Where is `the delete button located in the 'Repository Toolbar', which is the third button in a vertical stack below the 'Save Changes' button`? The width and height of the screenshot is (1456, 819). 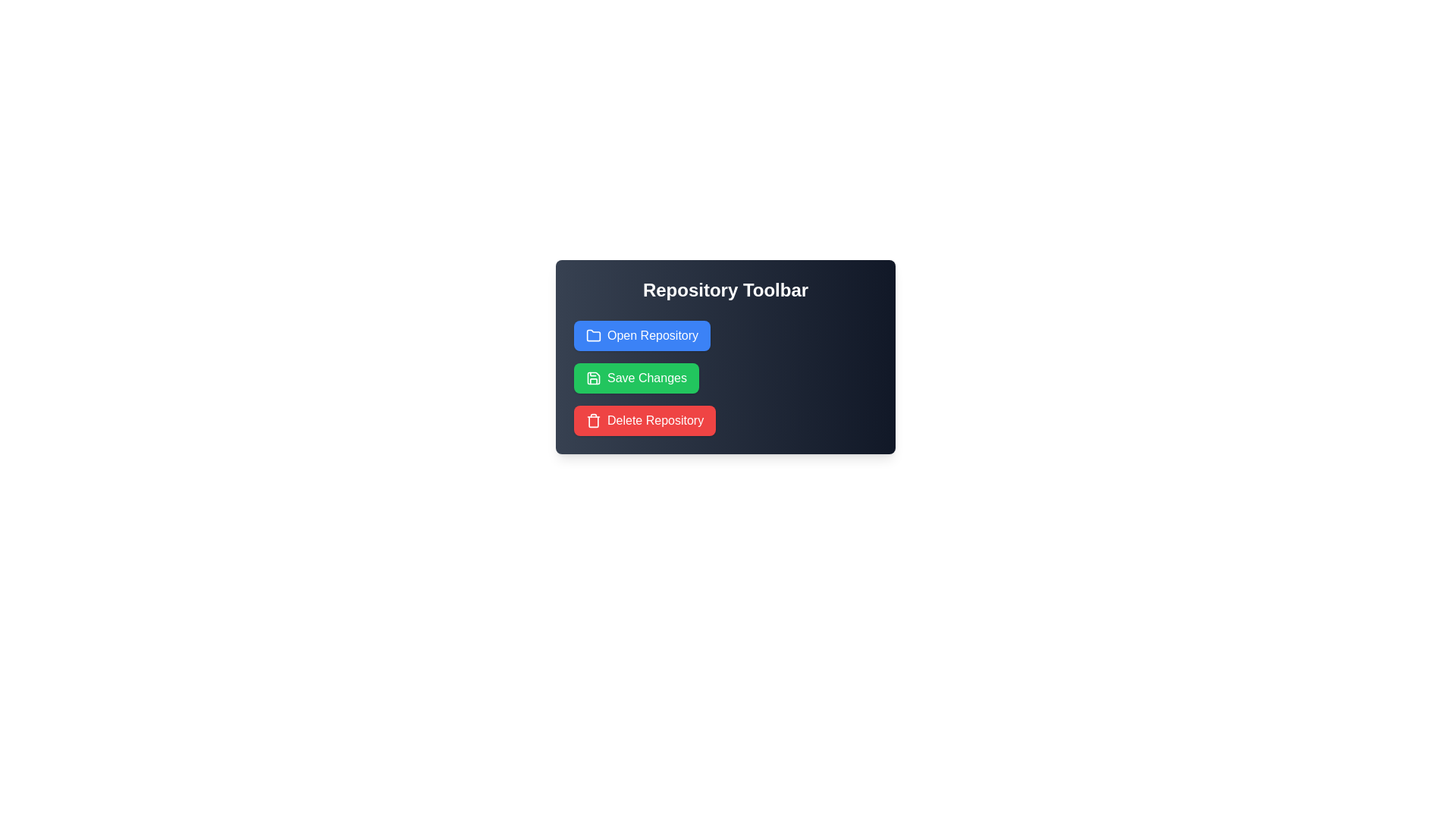 the delete button located in the 'Repository Toolbar', which is the third button in a vertical stack below the 'Save Changes' button is located at coordinates (645, 421).